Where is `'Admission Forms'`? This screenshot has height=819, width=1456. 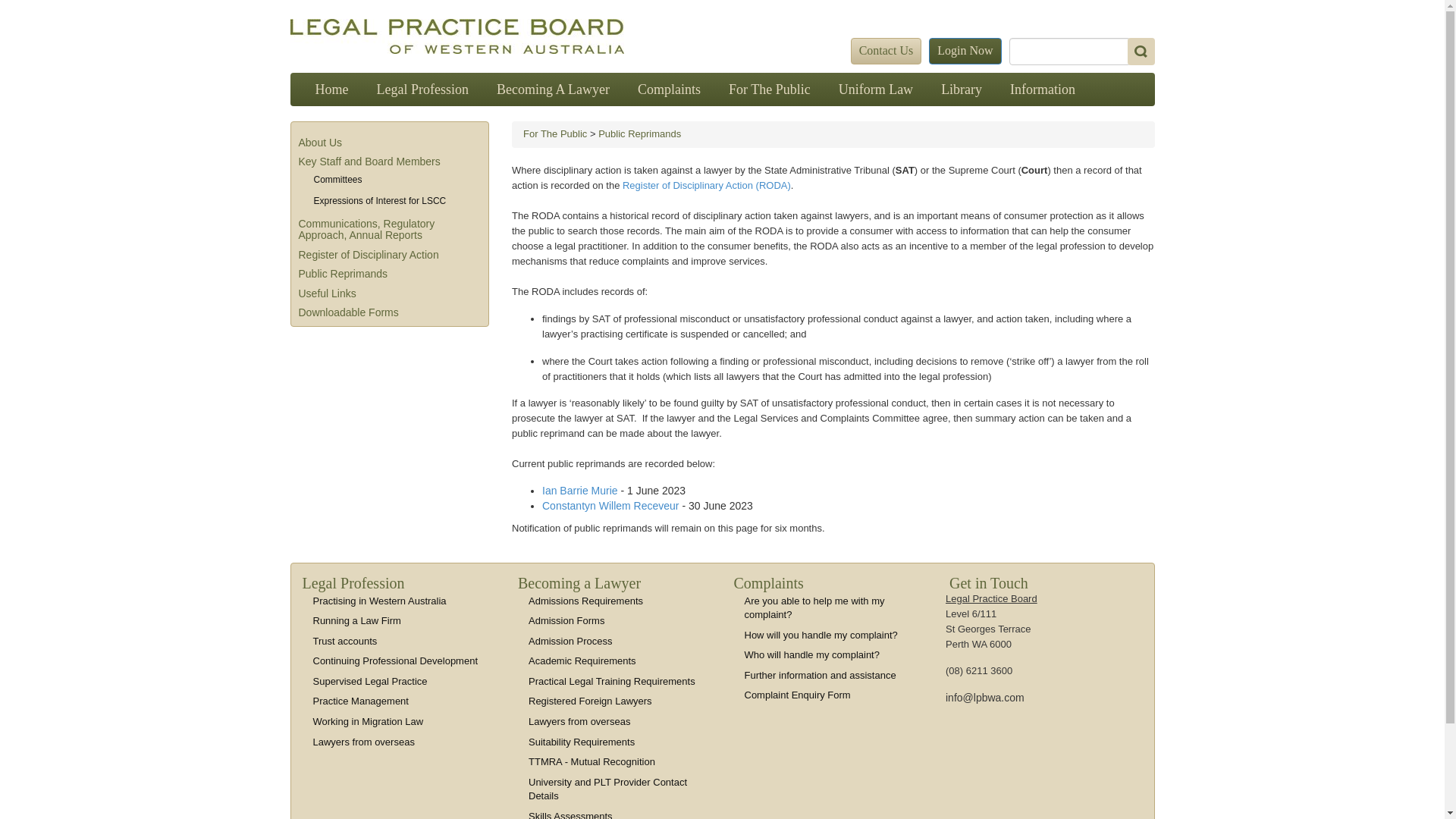
'Admission Forms' is located at coordinates (566, 620).